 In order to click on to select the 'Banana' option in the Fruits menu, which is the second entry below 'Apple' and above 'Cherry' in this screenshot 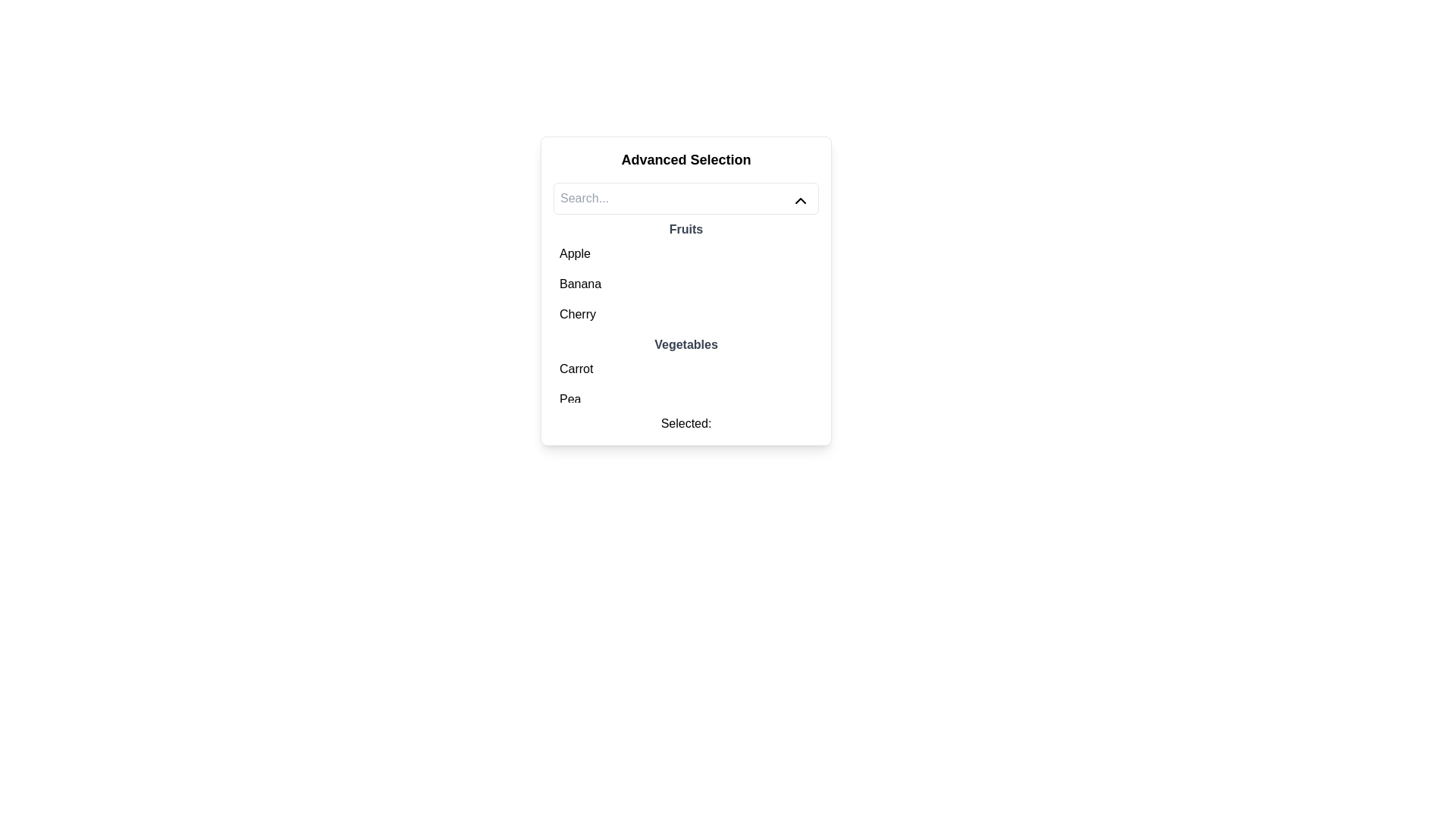, I will do `click(686, 284)`.